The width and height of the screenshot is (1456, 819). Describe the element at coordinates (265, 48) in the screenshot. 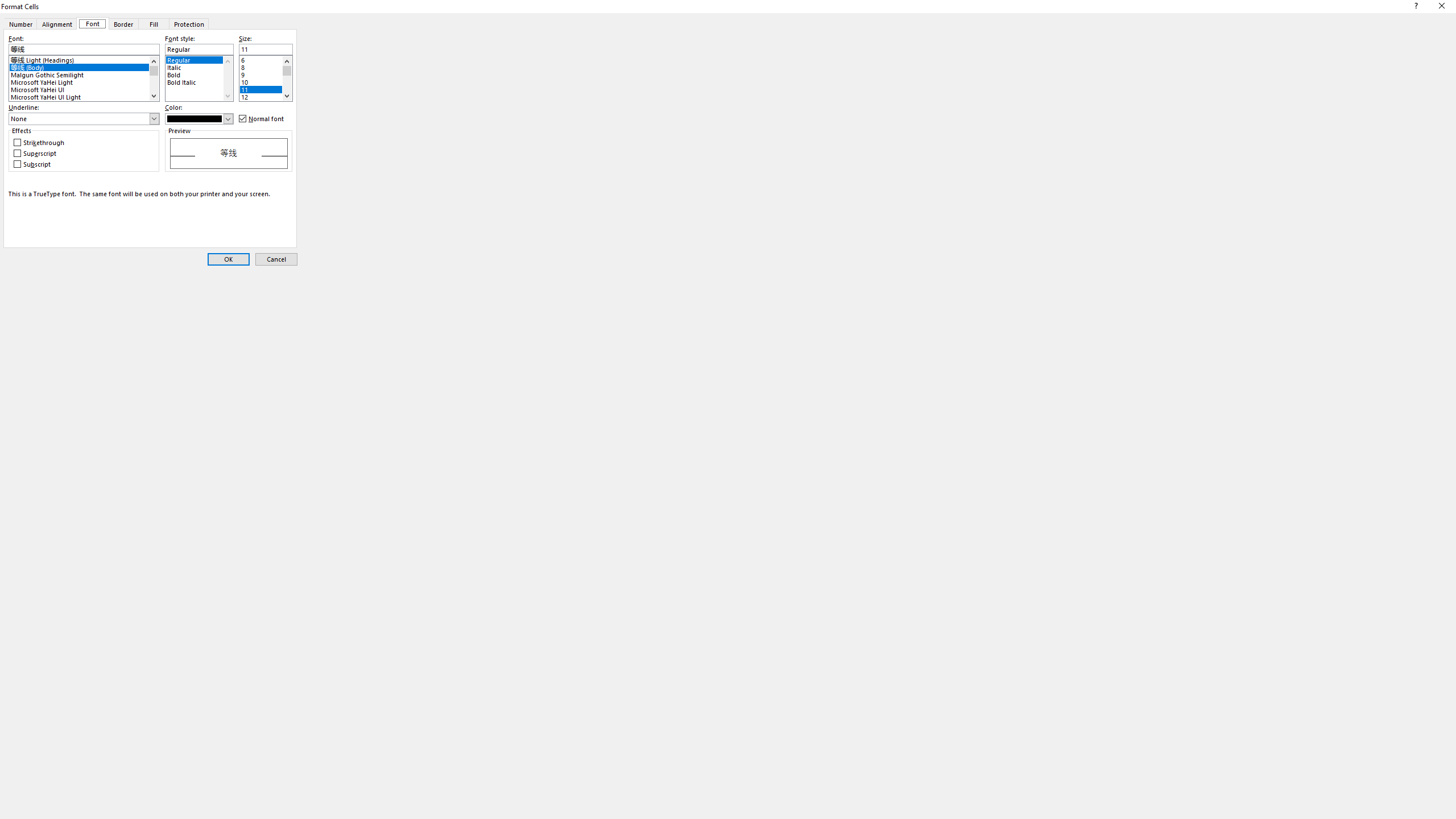

I see `'Size:'` at that location.